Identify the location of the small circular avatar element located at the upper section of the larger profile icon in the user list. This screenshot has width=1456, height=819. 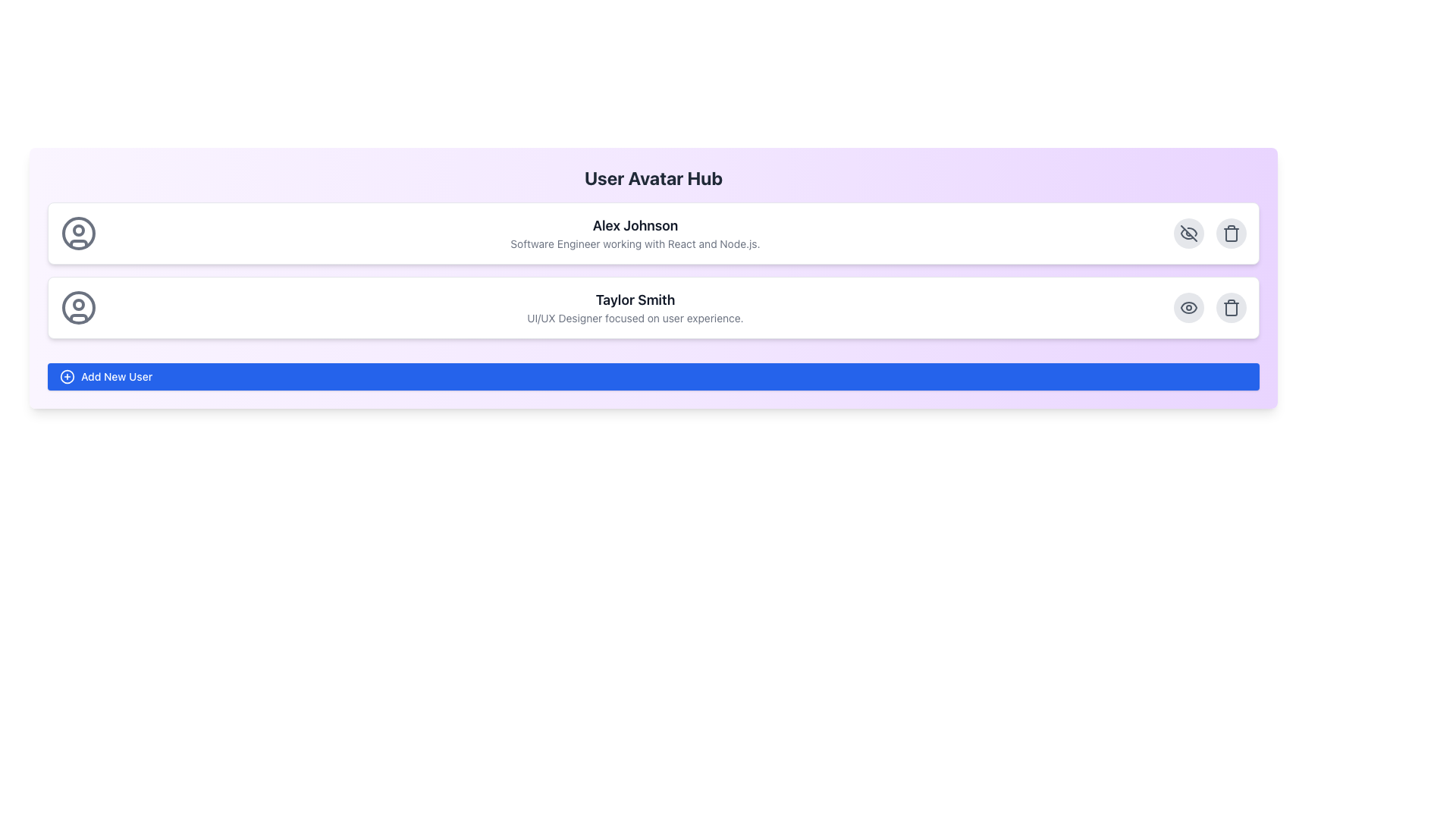
(78, 304).